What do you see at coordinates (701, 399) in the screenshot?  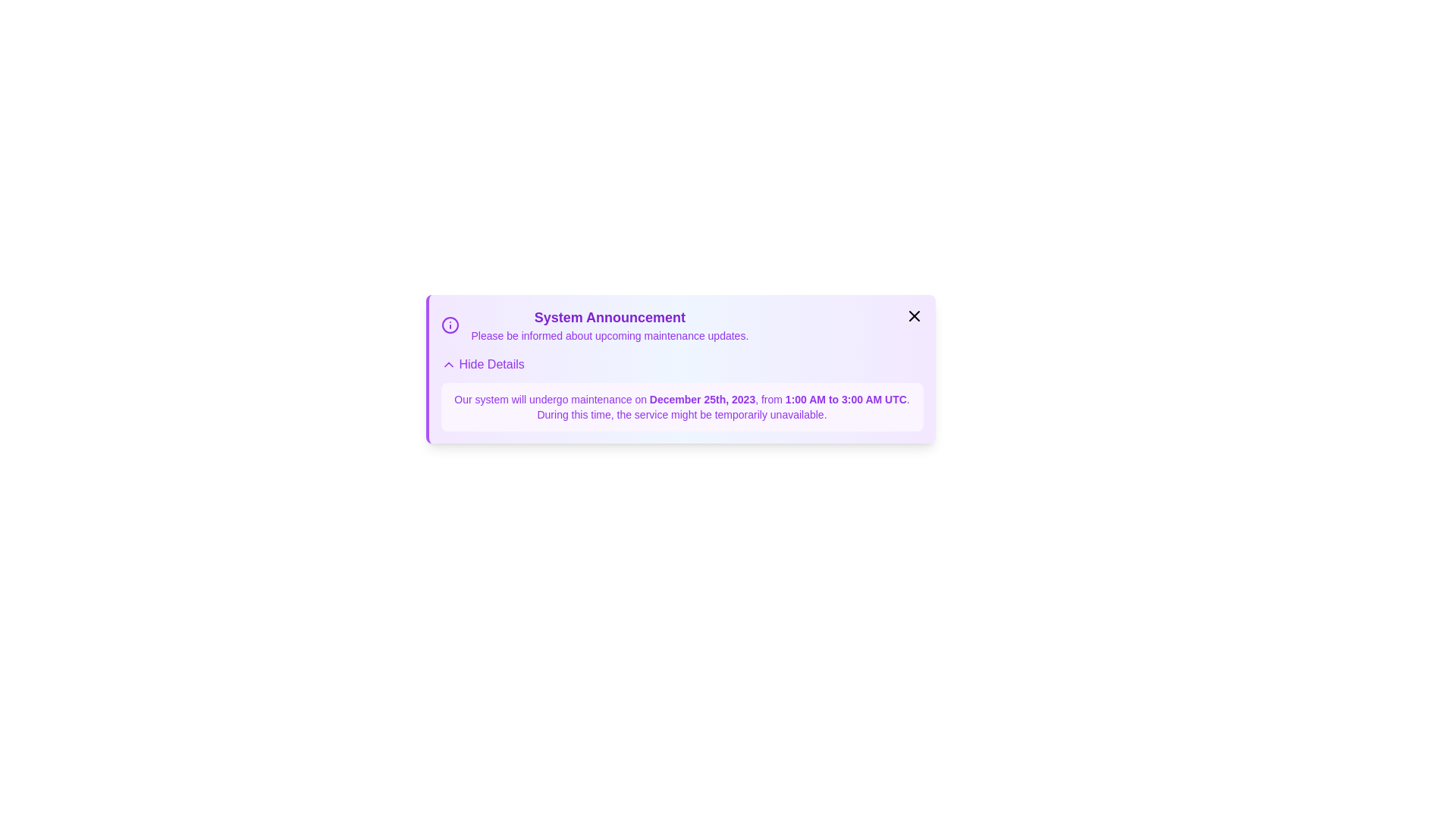 I see `the text label displaying 'December 25th, 2023' in bold purple font, located in the center-bottom portion of the notification panel` at bounding box center [701, 399].